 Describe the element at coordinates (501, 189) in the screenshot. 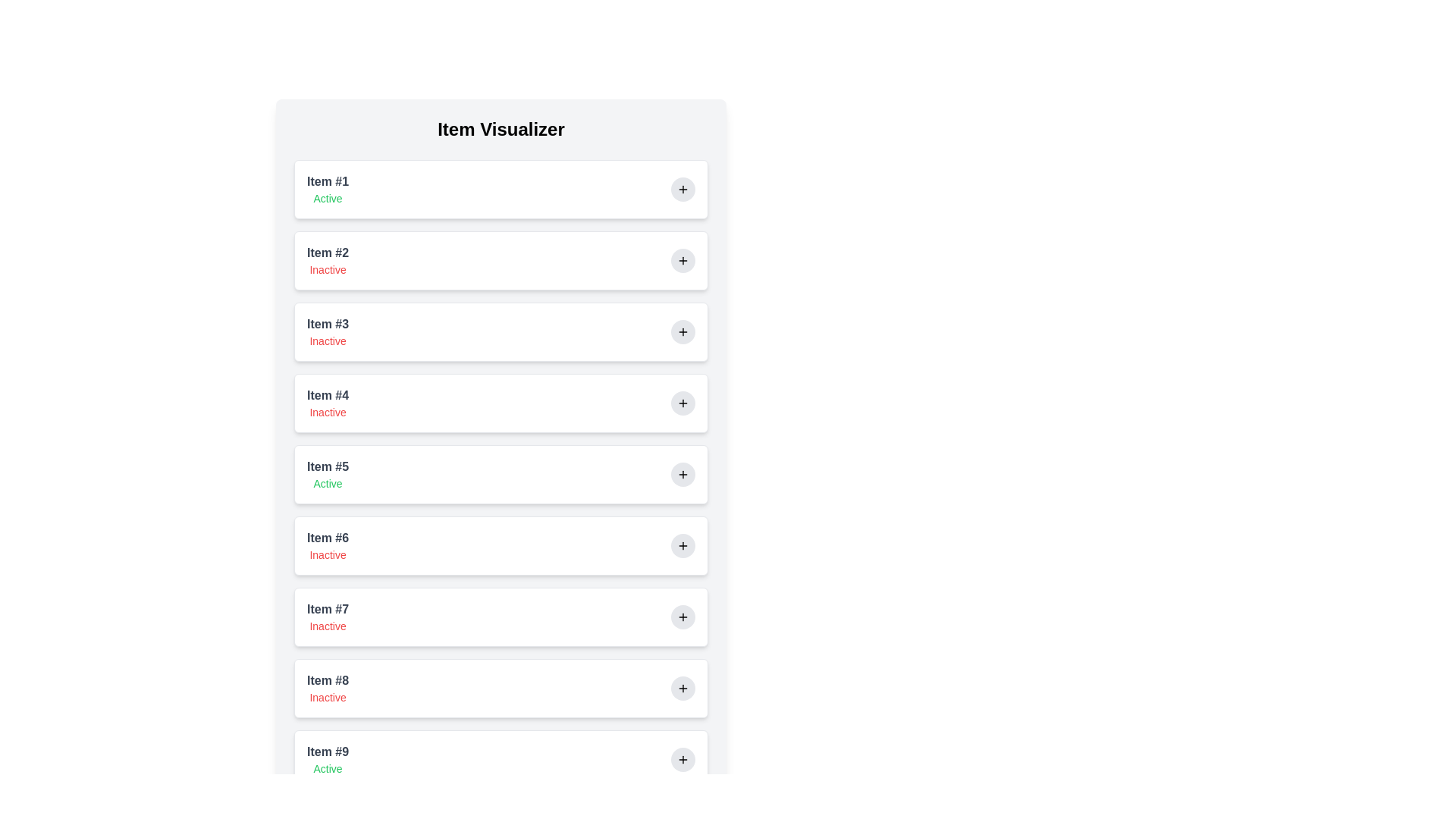

I see `the item to highlight its border` at that location.